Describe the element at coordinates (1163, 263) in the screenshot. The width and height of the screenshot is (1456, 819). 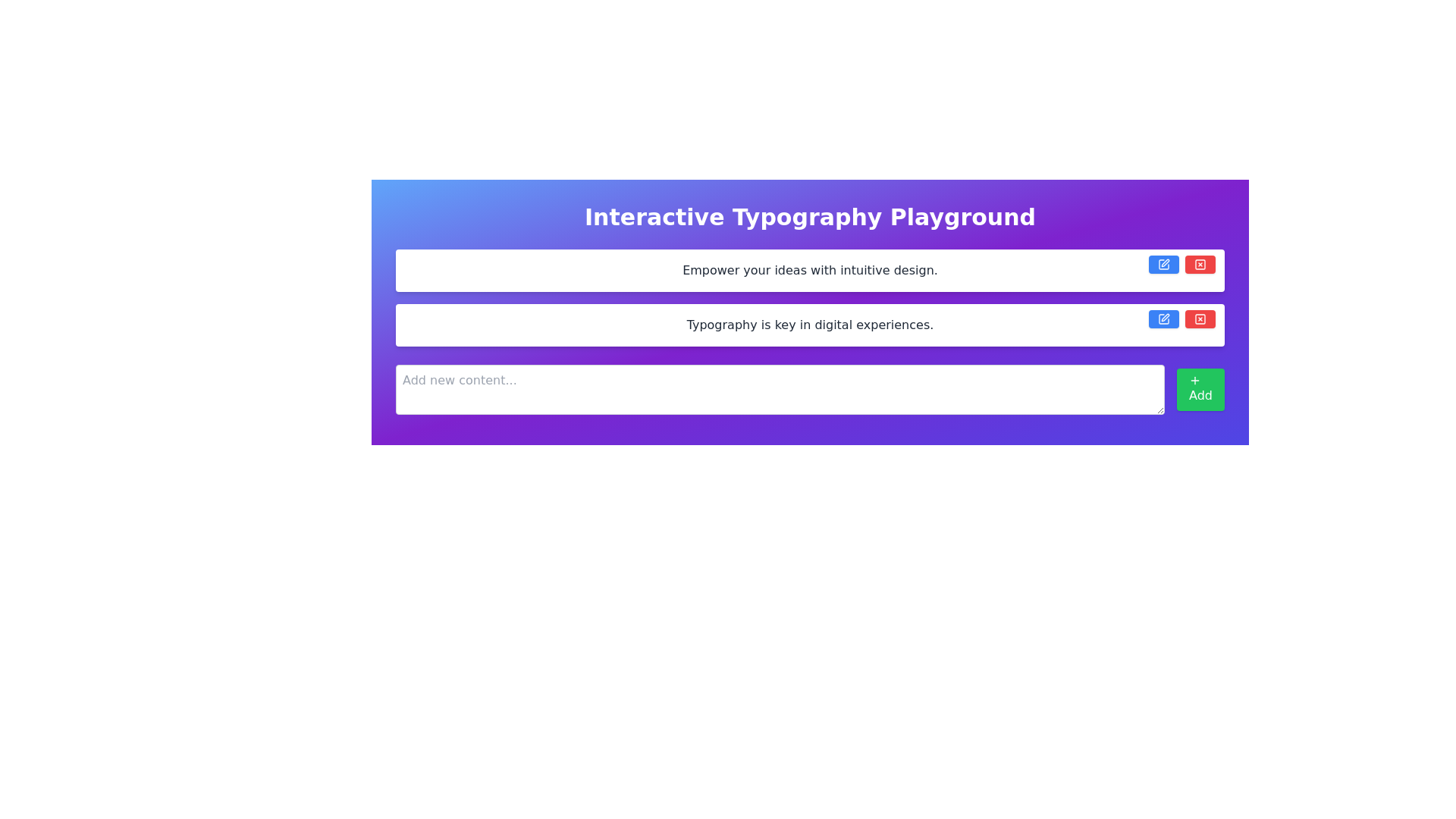
I see `the blue edit button with a pen icon located to the far right of the upper input field` at that location.